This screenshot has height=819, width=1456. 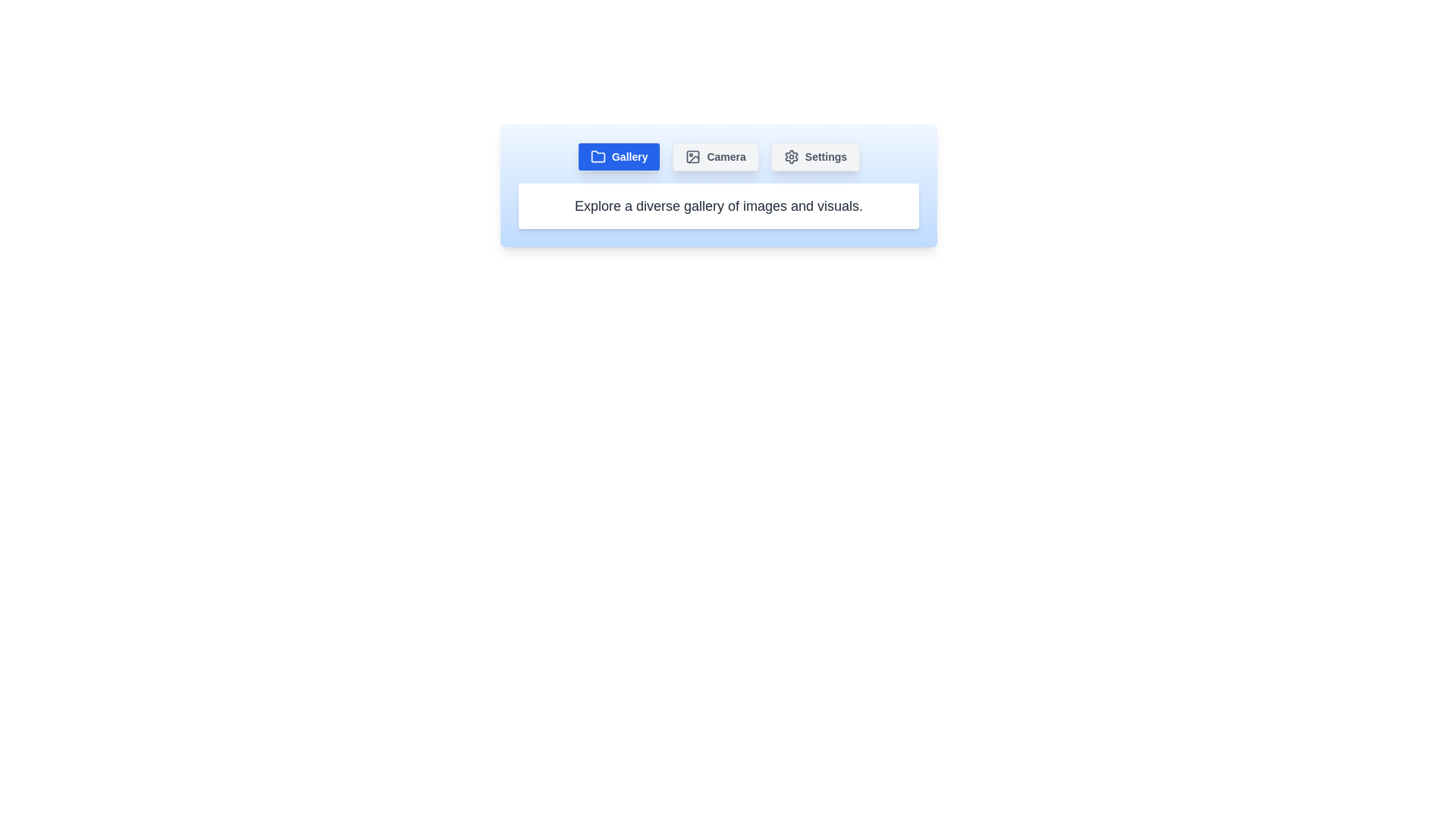 What do you see at coordinates (629, 157) in the screenshot?
I see `the text label inside the blue button at the top-left corner of the interface, which indicates the button's purpose of navigating to or displaying a gallery` at bounding box center [629, 157].